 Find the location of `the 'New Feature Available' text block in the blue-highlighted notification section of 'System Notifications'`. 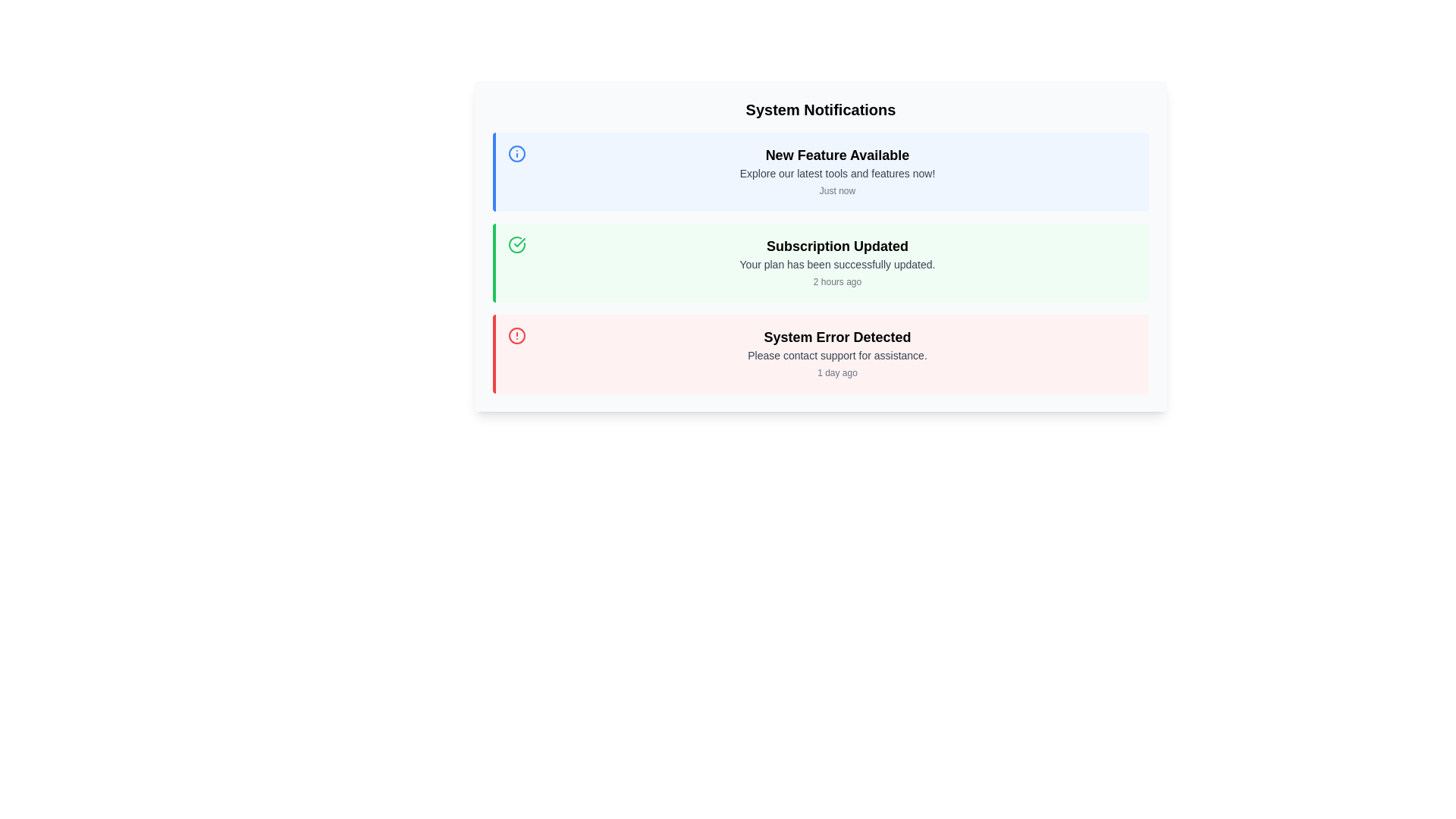

the 'New Feature Available' text block in the blue-highlighted notification section of 'System Notifications' is located at coordinates (836, 171).